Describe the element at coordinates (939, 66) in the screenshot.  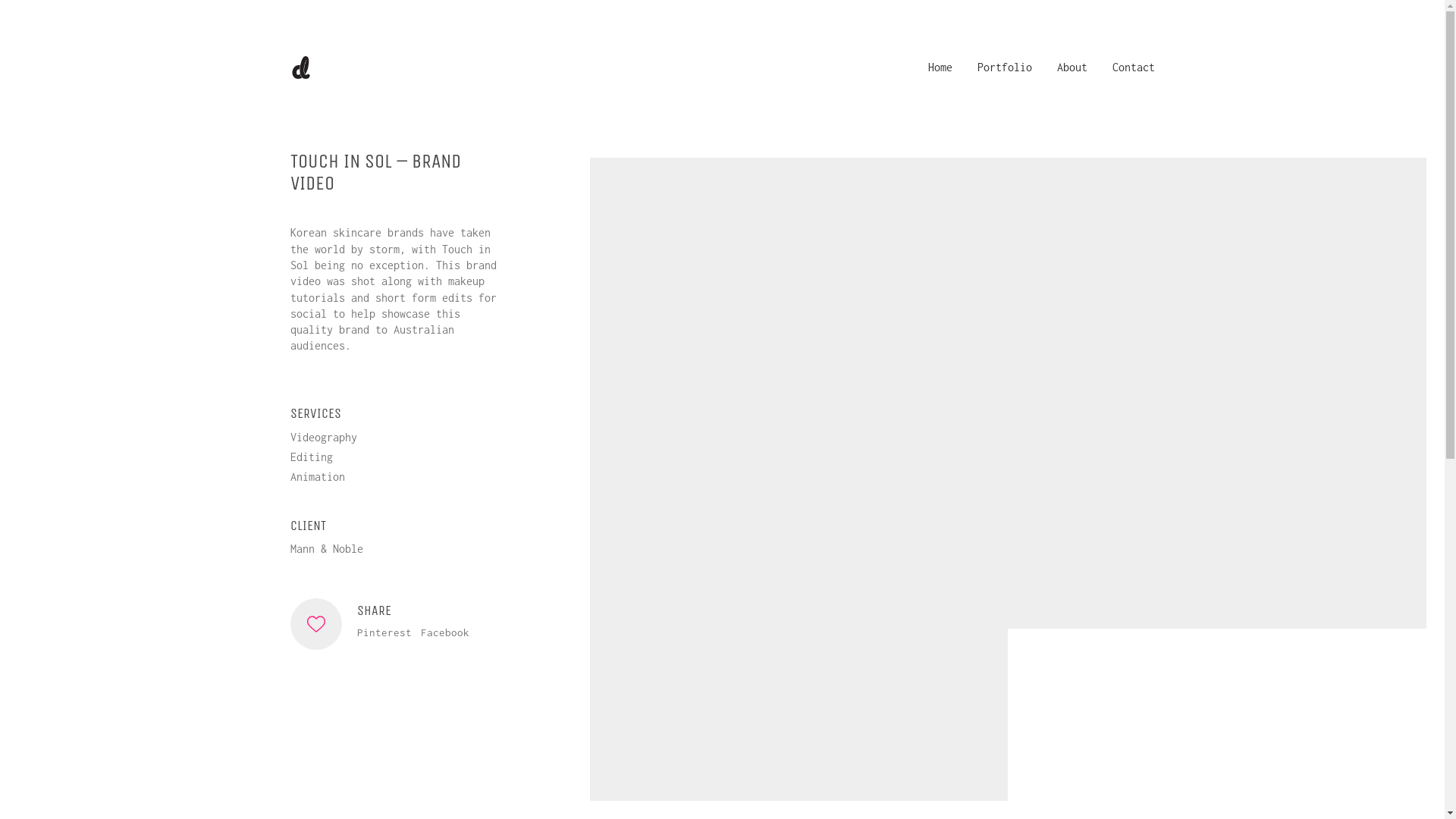
I see `'Home'` at that location.